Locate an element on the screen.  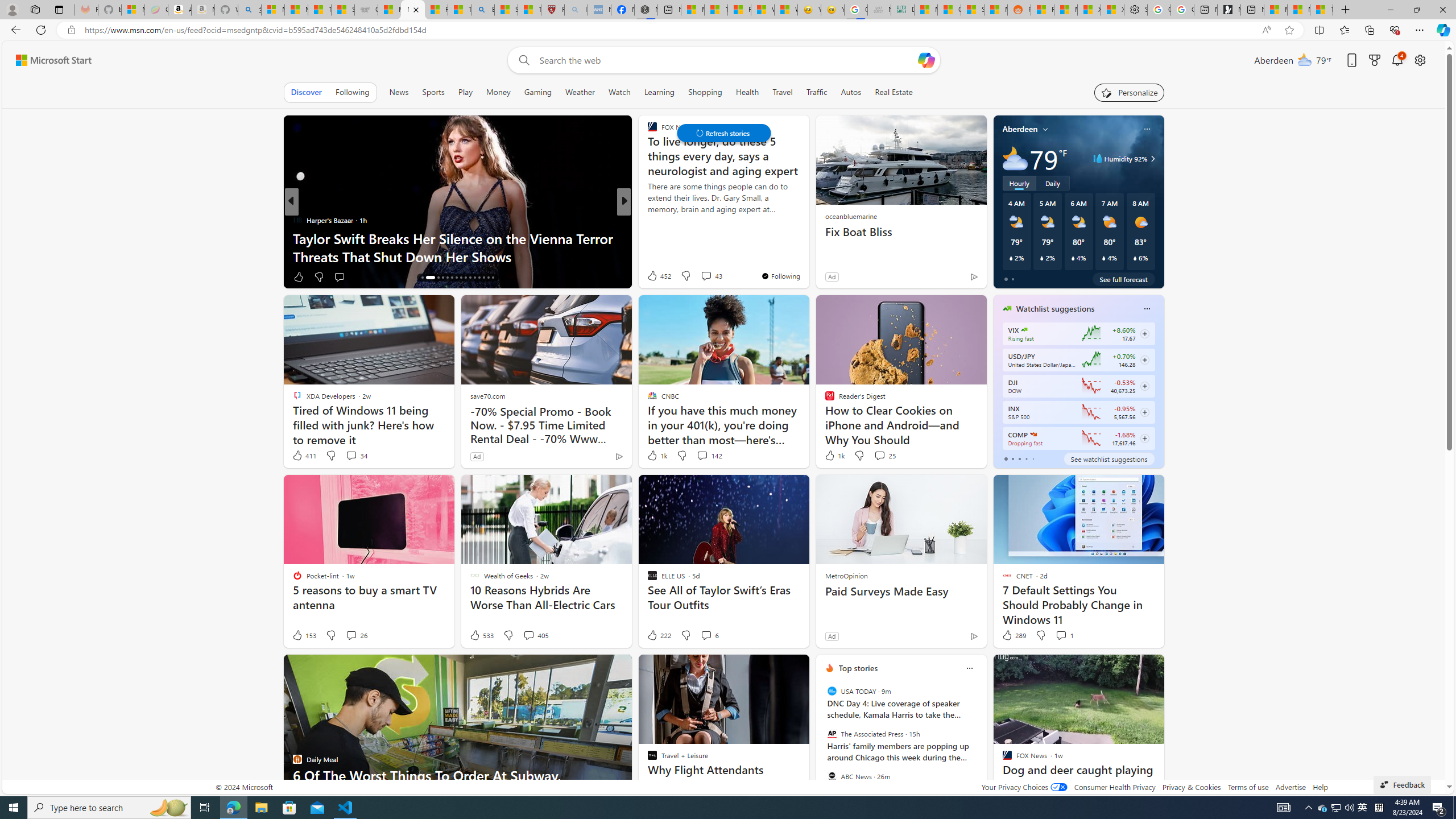
'Shopping' is located at coordinates (705, 92).